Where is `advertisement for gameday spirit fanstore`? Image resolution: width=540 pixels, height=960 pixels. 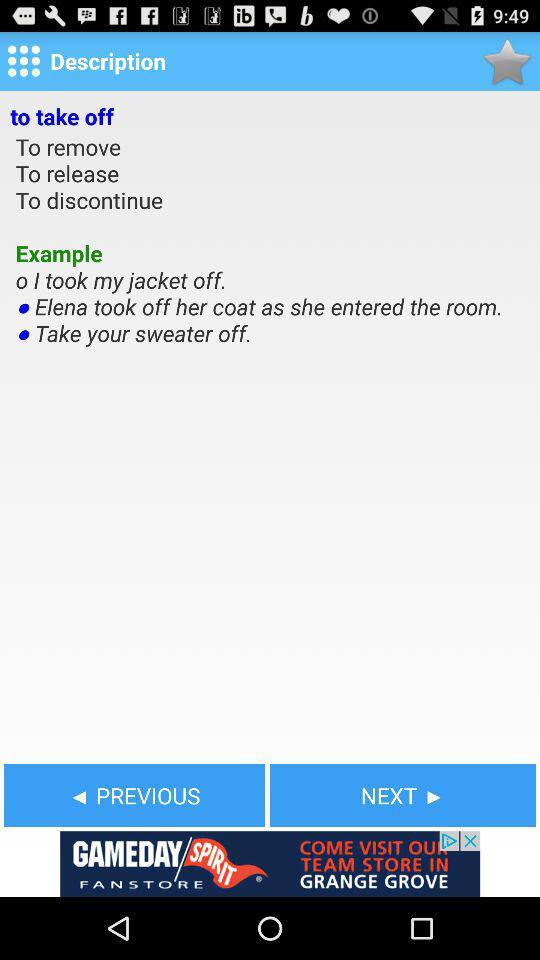 advertisement for gameday spirit fanstore is located at coordinates (270, 863).